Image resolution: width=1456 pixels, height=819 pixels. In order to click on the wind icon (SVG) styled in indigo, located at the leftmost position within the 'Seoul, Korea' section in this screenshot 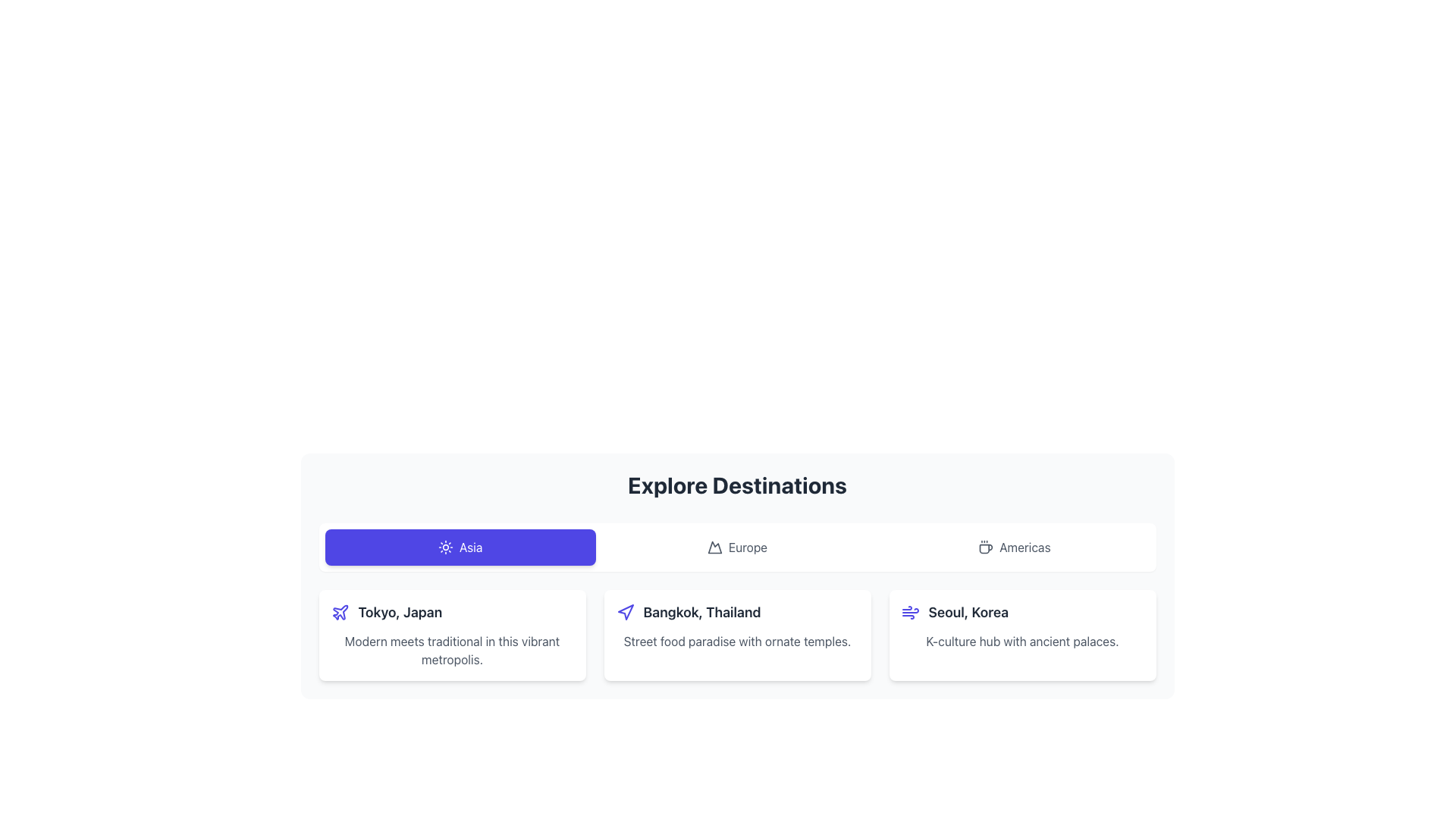, I will do `click(910, 611)`.